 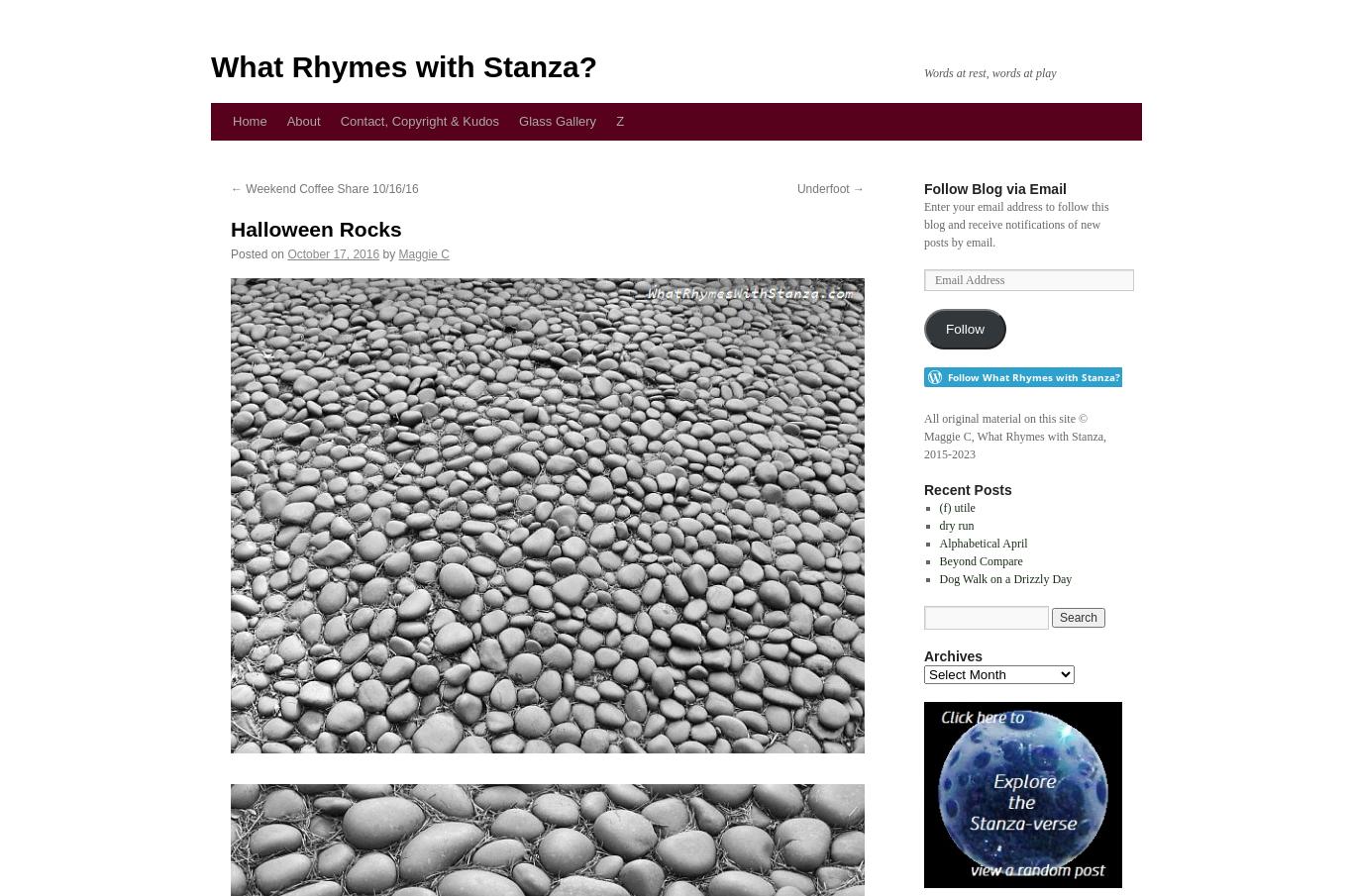 What do you see at coordinates (980, 560) in the screenshot?
I see `'Beyond Compare'` at bounding box center [980, 560].